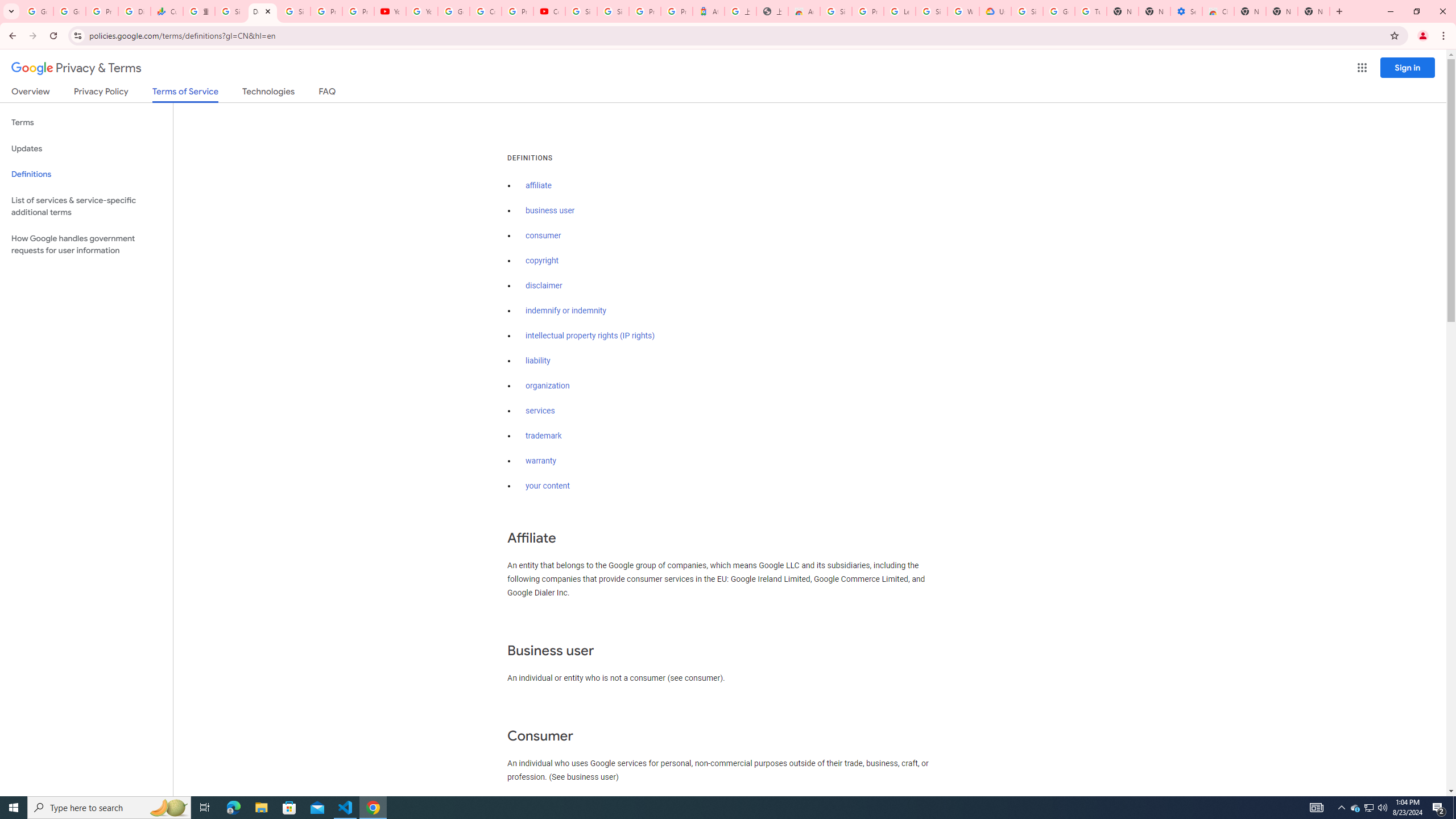 The image size is (1456, 819). What do you see at coordinates (565, 311) in the screenshot?
I see `'indemnify or indemnity'` at bounding box center [565, 311].